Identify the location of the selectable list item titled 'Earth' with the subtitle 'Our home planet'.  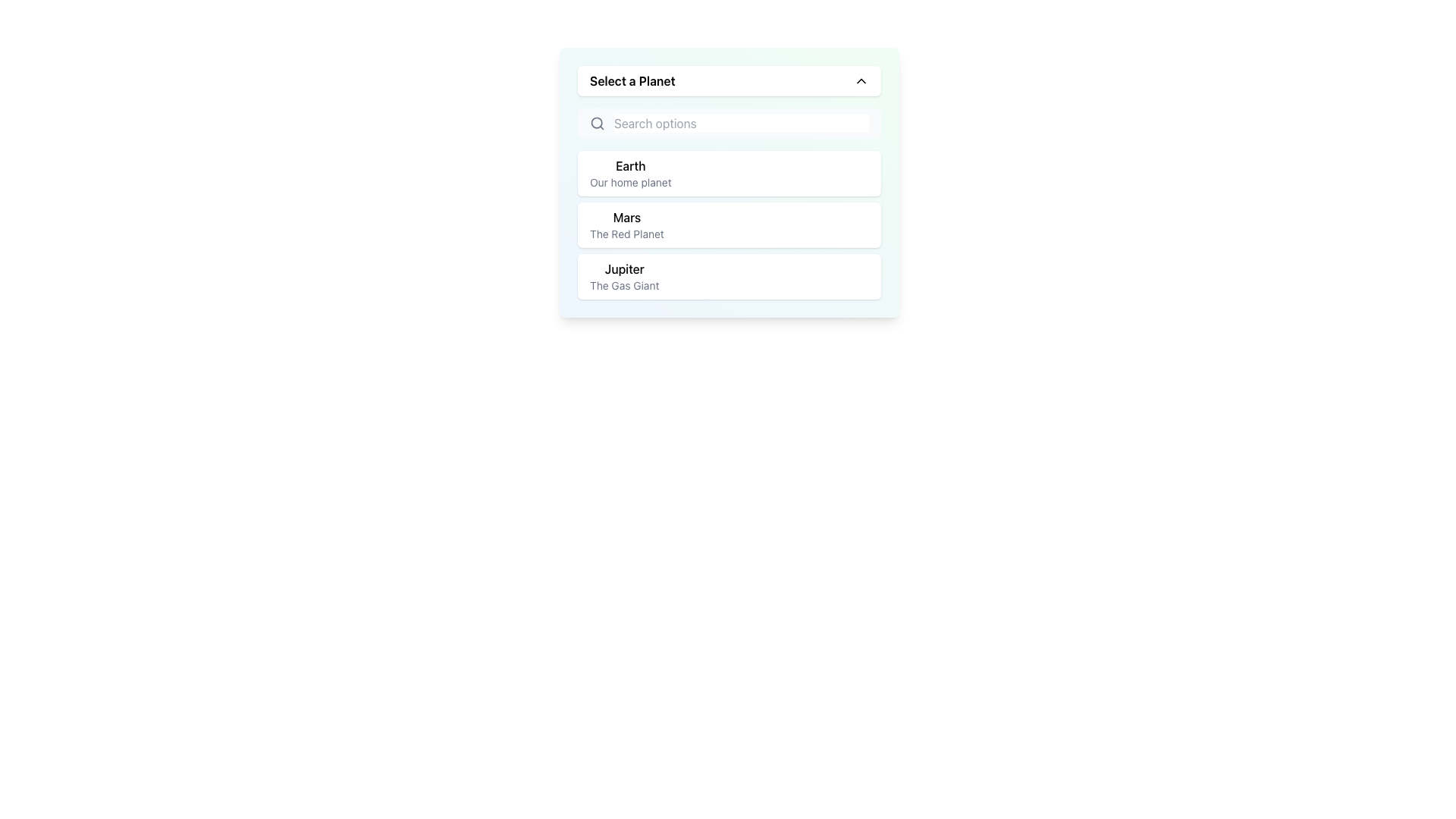
(729, 172).